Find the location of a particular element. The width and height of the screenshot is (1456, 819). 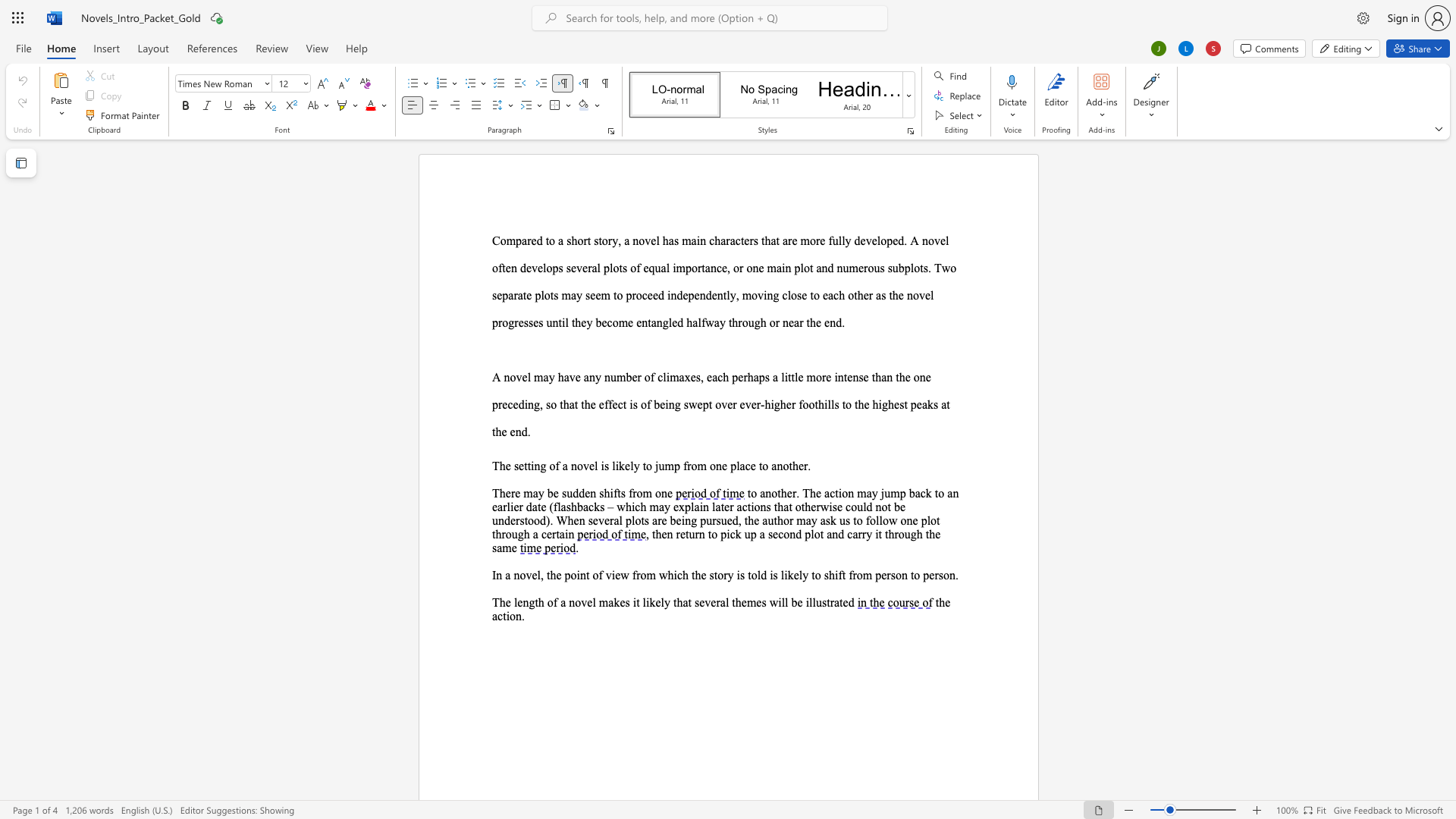

the 2th character "o" in the text is located at coordinates (658, 493).